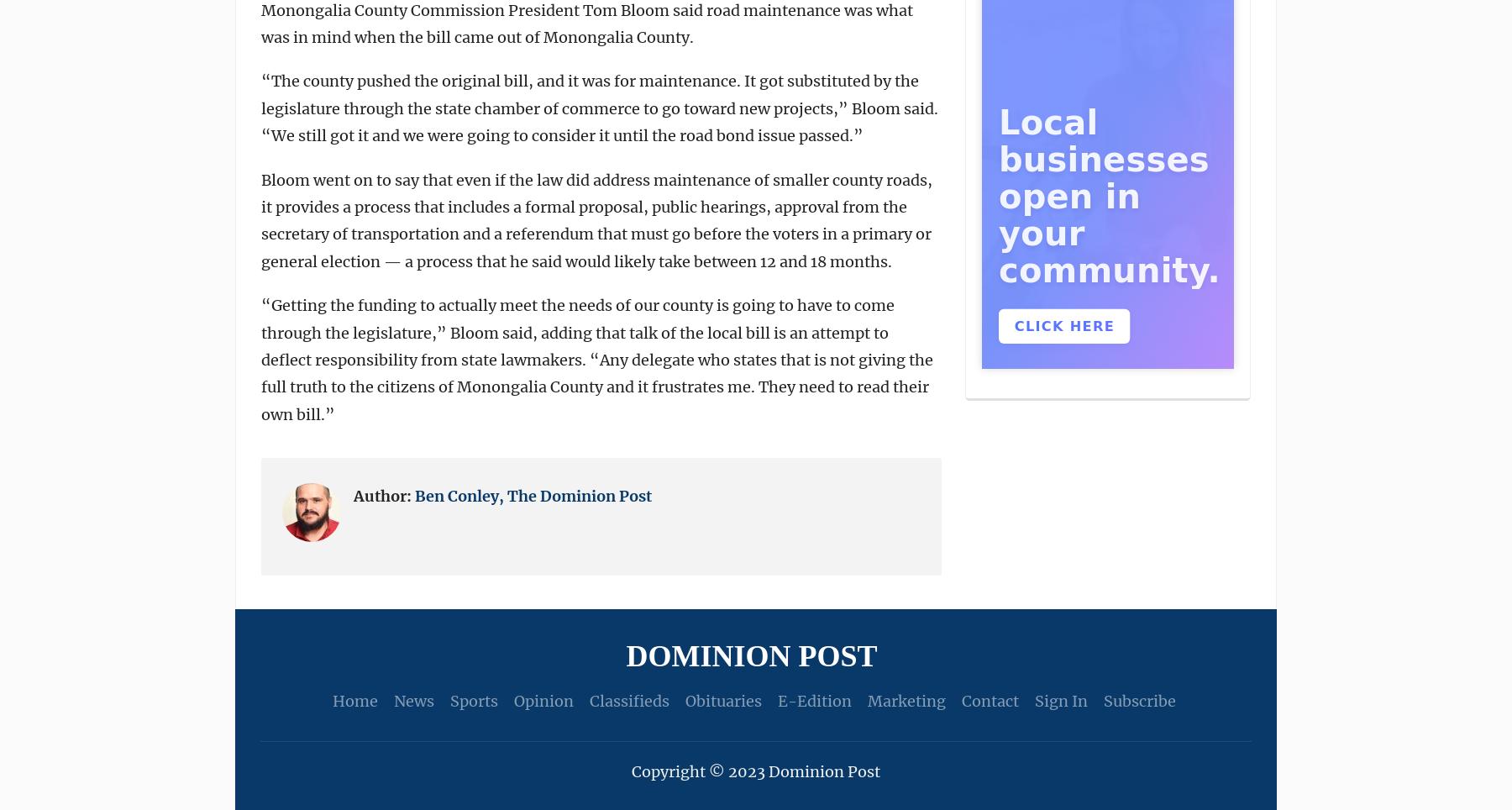  What do you see at coordinates (533, 495) in the screenshot?
I see `'Ben Conley, The Dominion Post'` at bounding box center [533, 495].